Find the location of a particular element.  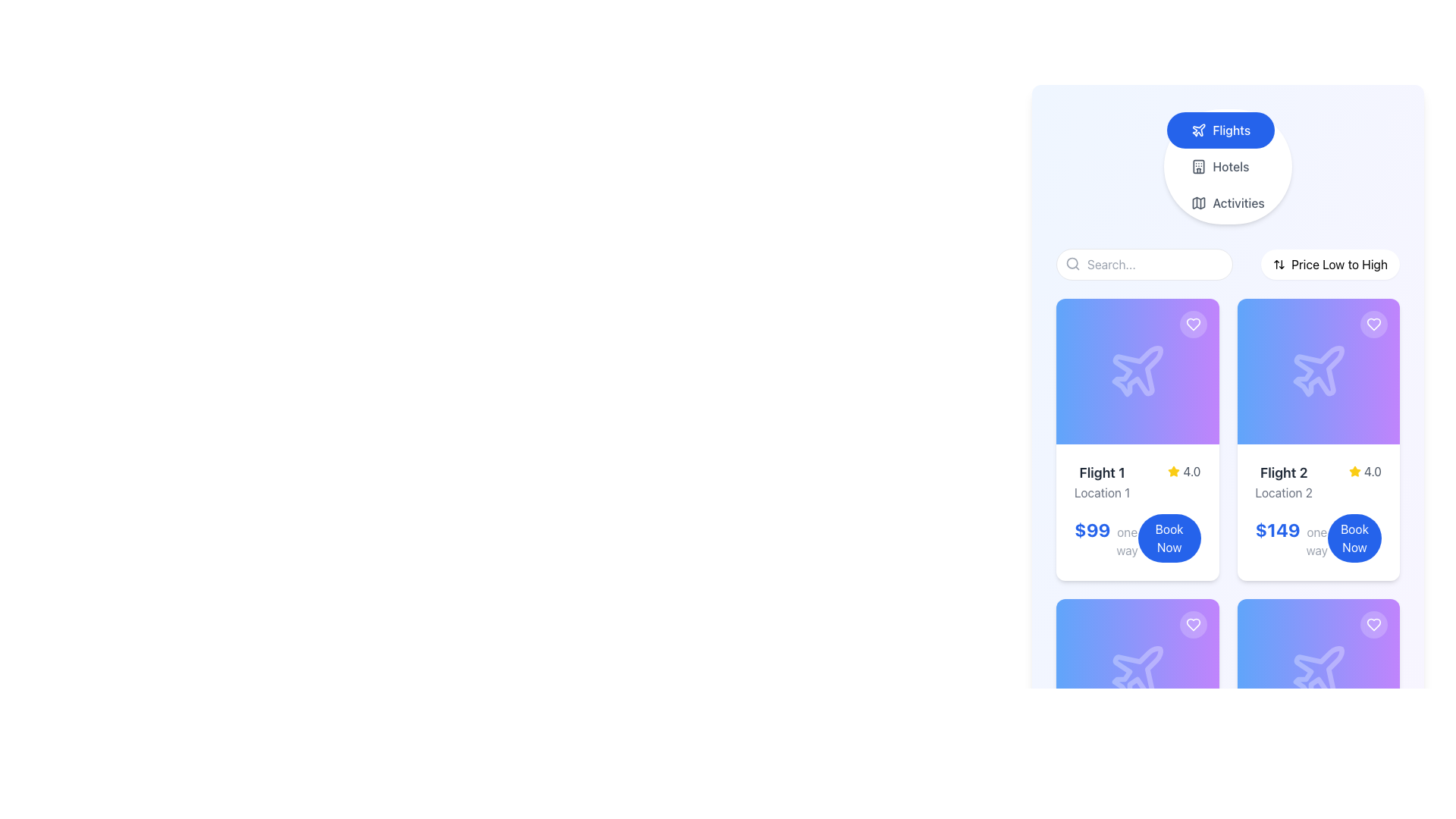

the second button in the horizontal row, which navigates to the 'Hotels' section of the application is located at coordinates (1220, 166).